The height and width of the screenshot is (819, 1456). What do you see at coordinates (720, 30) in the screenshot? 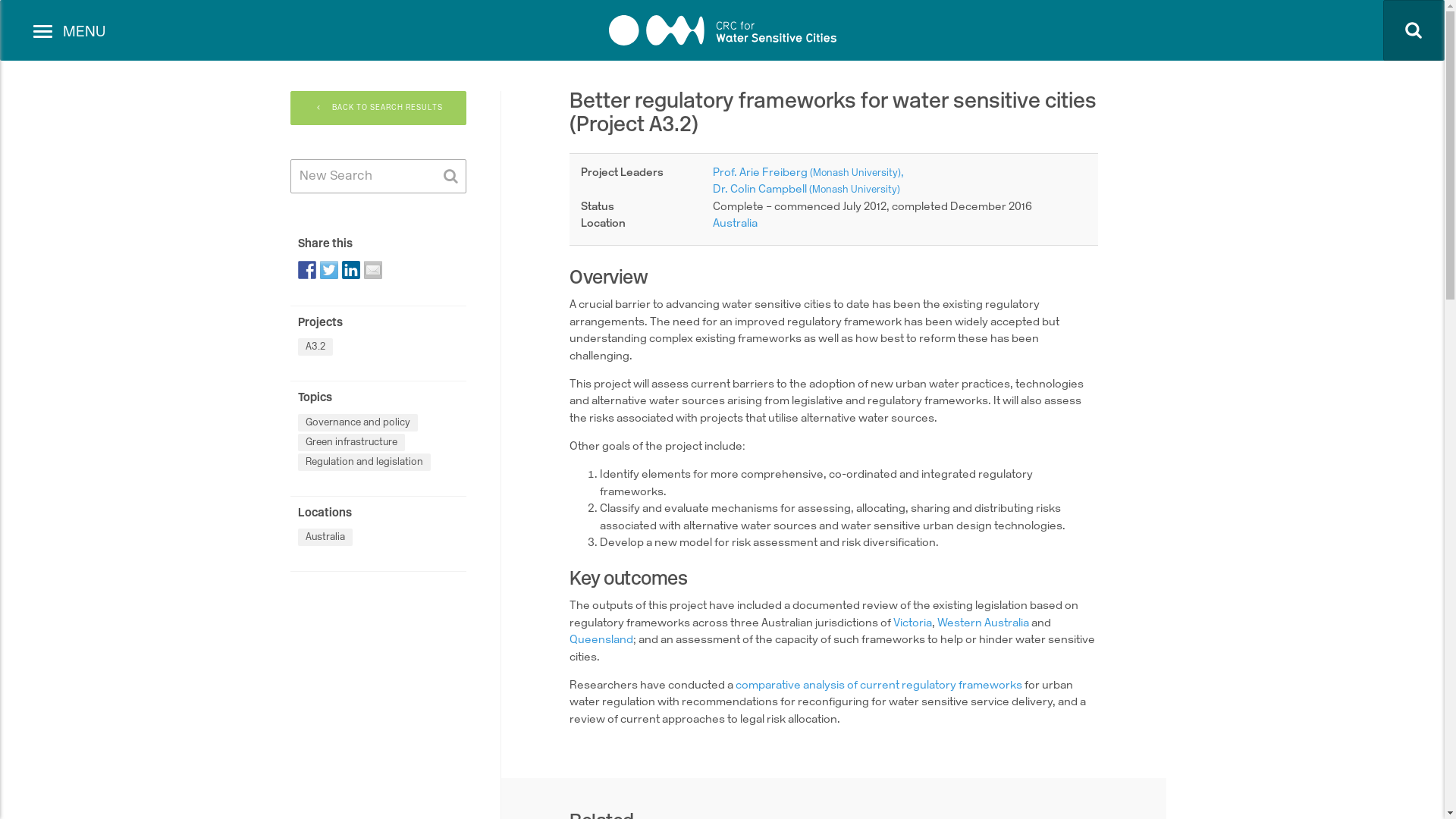
I see `'CRC for Water sensitive cities'` at bounding box center [720, 30].